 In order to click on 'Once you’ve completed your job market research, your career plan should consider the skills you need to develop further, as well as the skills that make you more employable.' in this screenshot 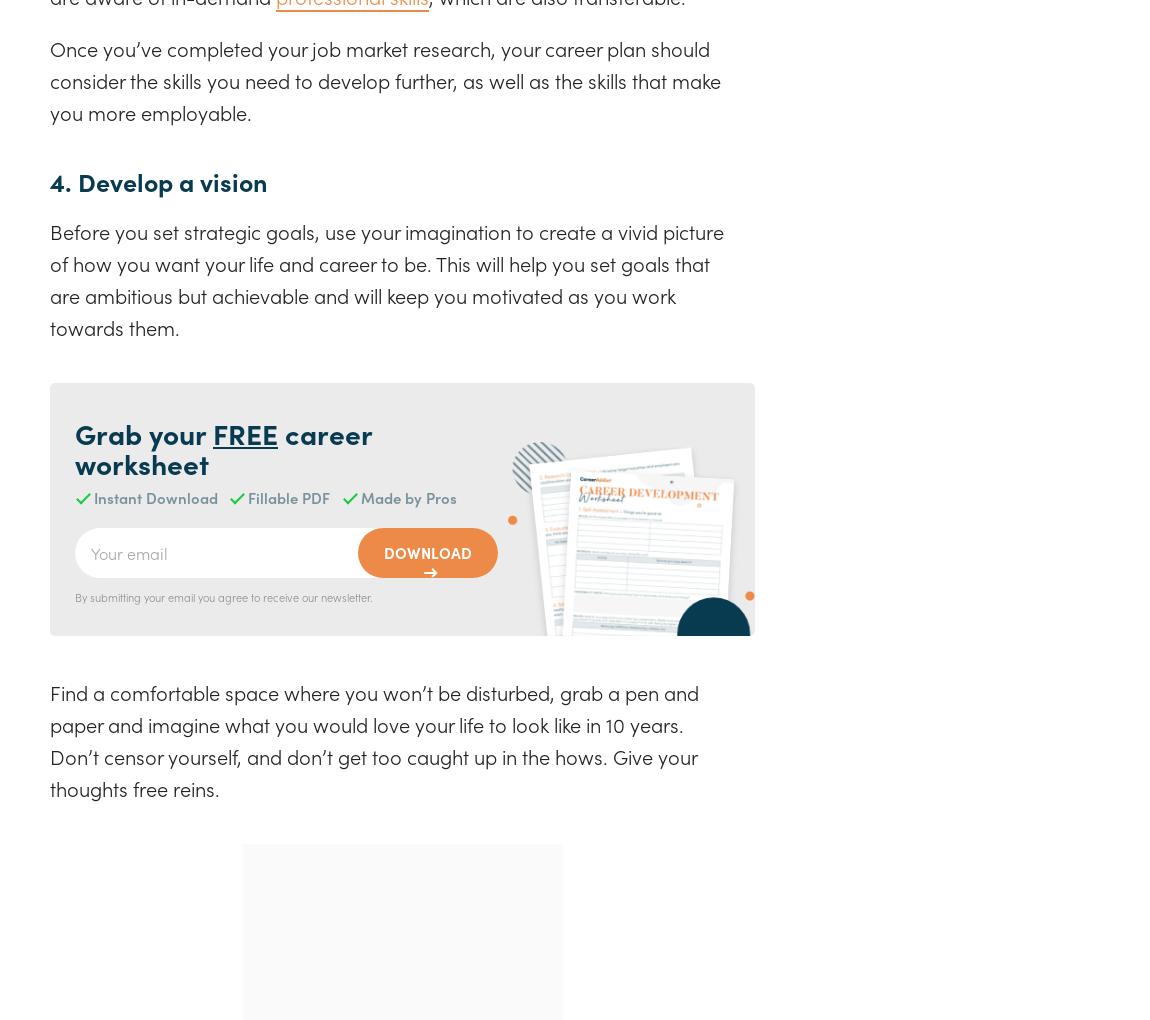, I will do `click(385, 79)`.